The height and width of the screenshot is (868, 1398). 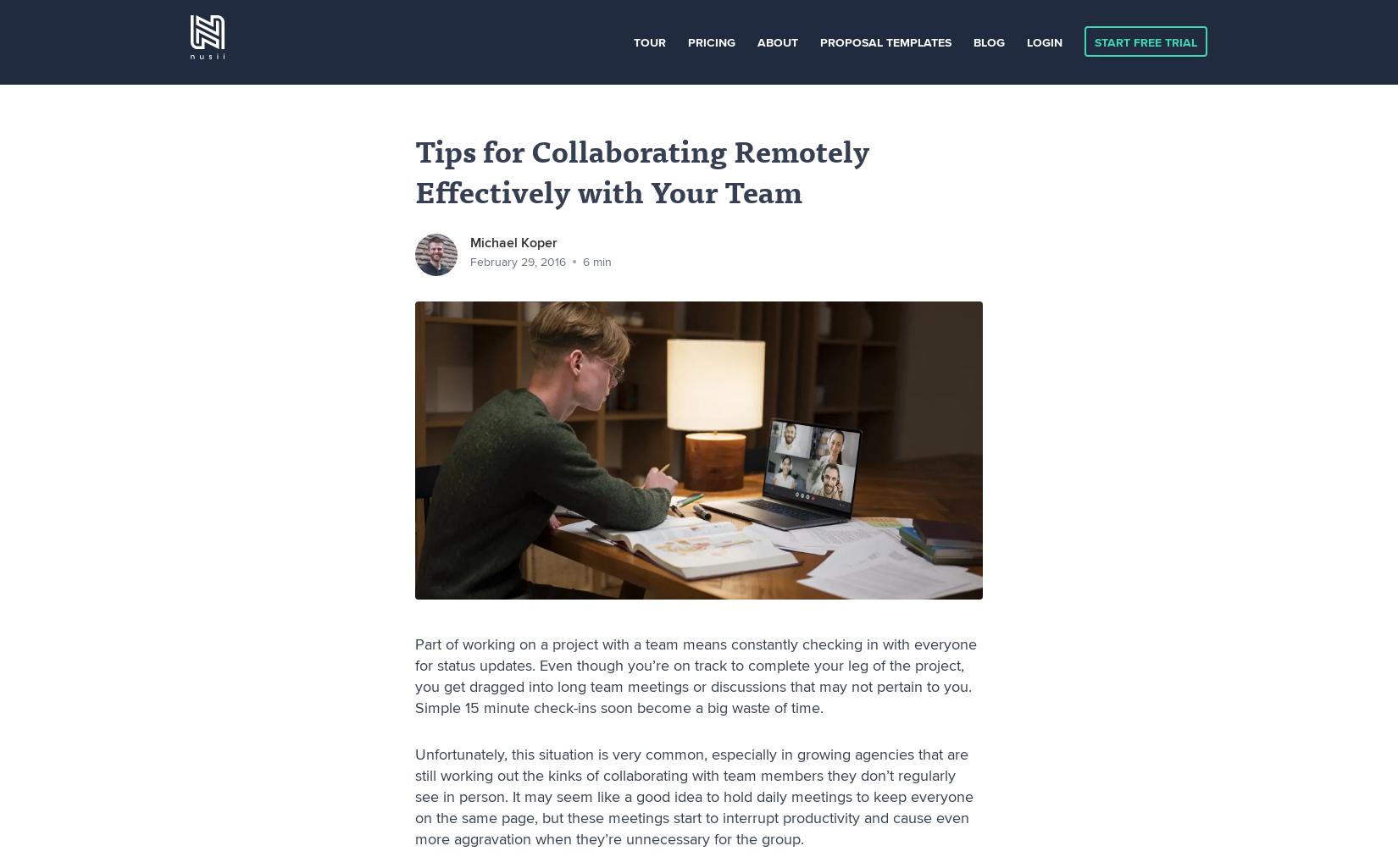 What do you see at coordinates (414, 674) in the screenshot?
I see `'Part of working on a project with a team means constantly checking in with everyone for status updates. Even though you’re on track to complete your leg of the project, you get dragged into long team meetings or discussions that may not pertain to you. Simple 15 minute check-ins soon become a big waste of time.'` at bounding box center [414, 674].